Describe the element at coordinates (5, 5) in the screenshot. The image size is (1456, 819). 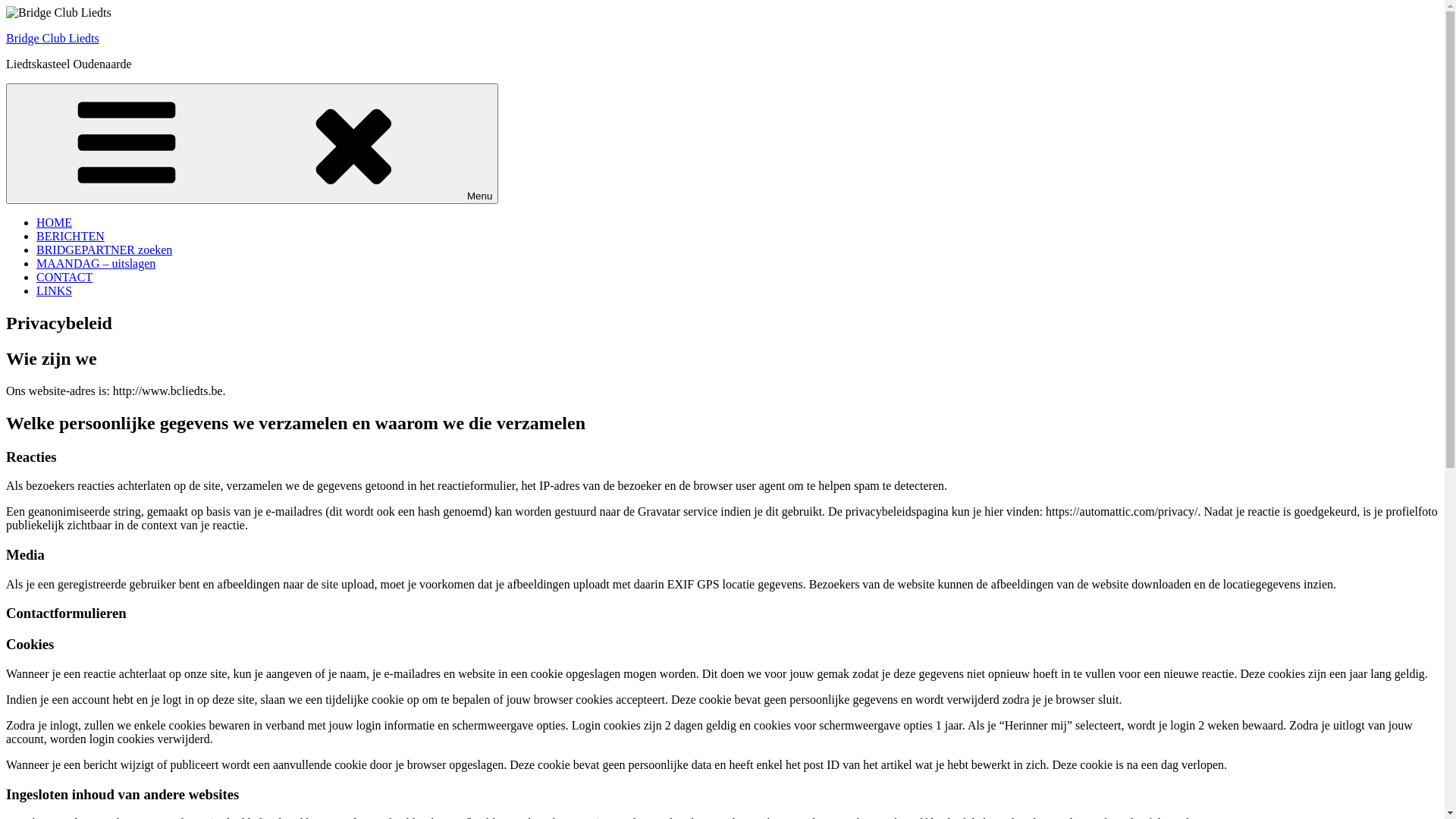
I see `'Naar de inhoud springen'` at that location.